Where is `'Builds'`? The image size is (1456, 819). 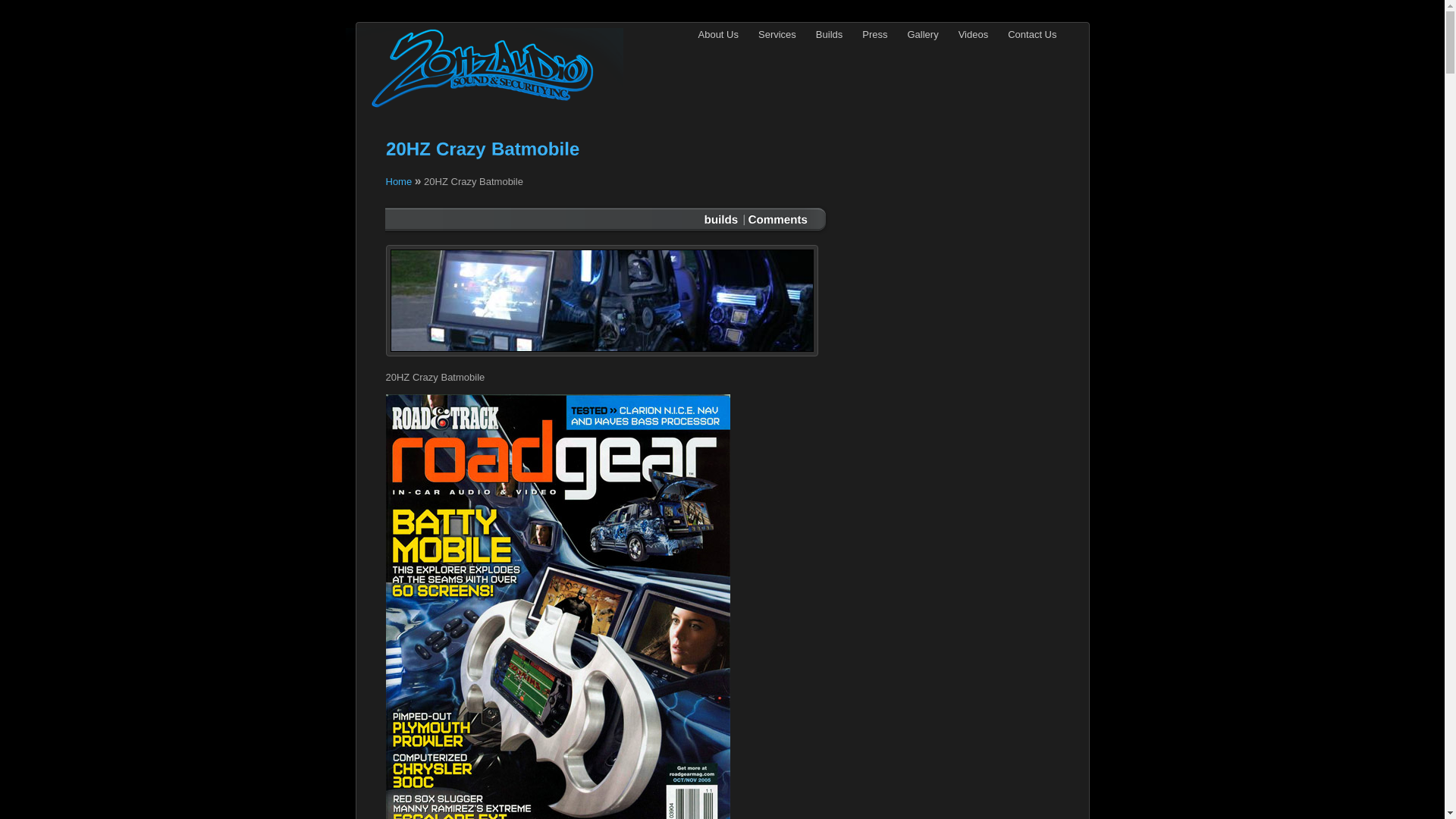
'Builds' is located at coordinates (805, 34).